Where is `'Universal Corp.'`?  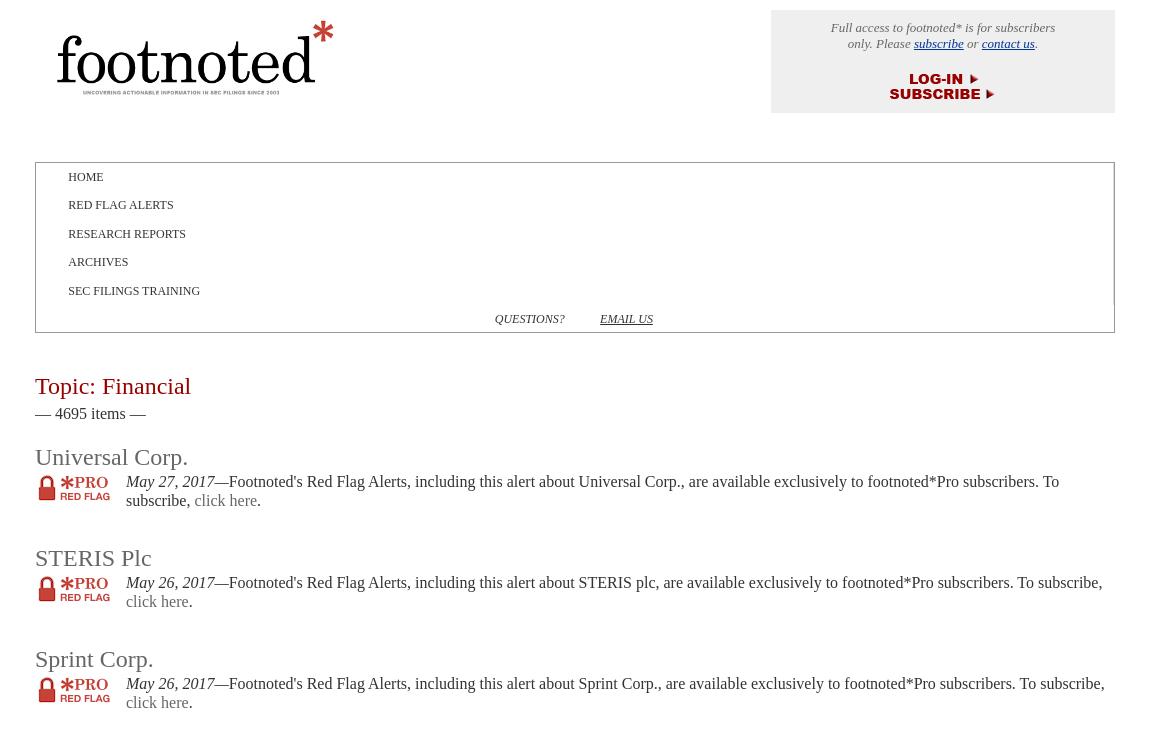
'Universal Corp.' is located at coordinates (110, 454).